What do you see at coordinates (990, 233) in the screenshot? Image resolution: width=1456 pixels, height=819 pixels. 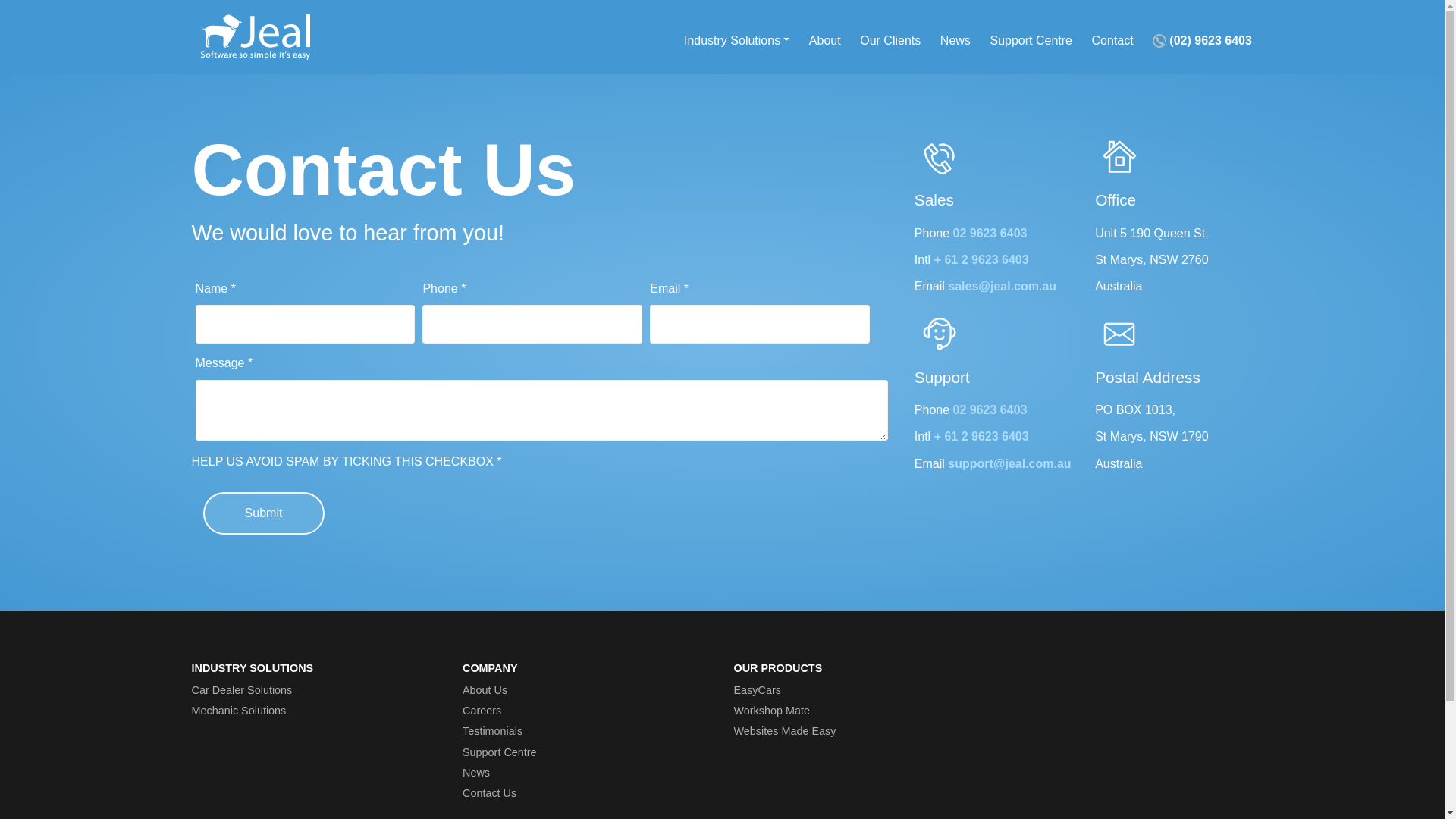 I see `'02 9623 6403'` at bounding box center [990, 233].